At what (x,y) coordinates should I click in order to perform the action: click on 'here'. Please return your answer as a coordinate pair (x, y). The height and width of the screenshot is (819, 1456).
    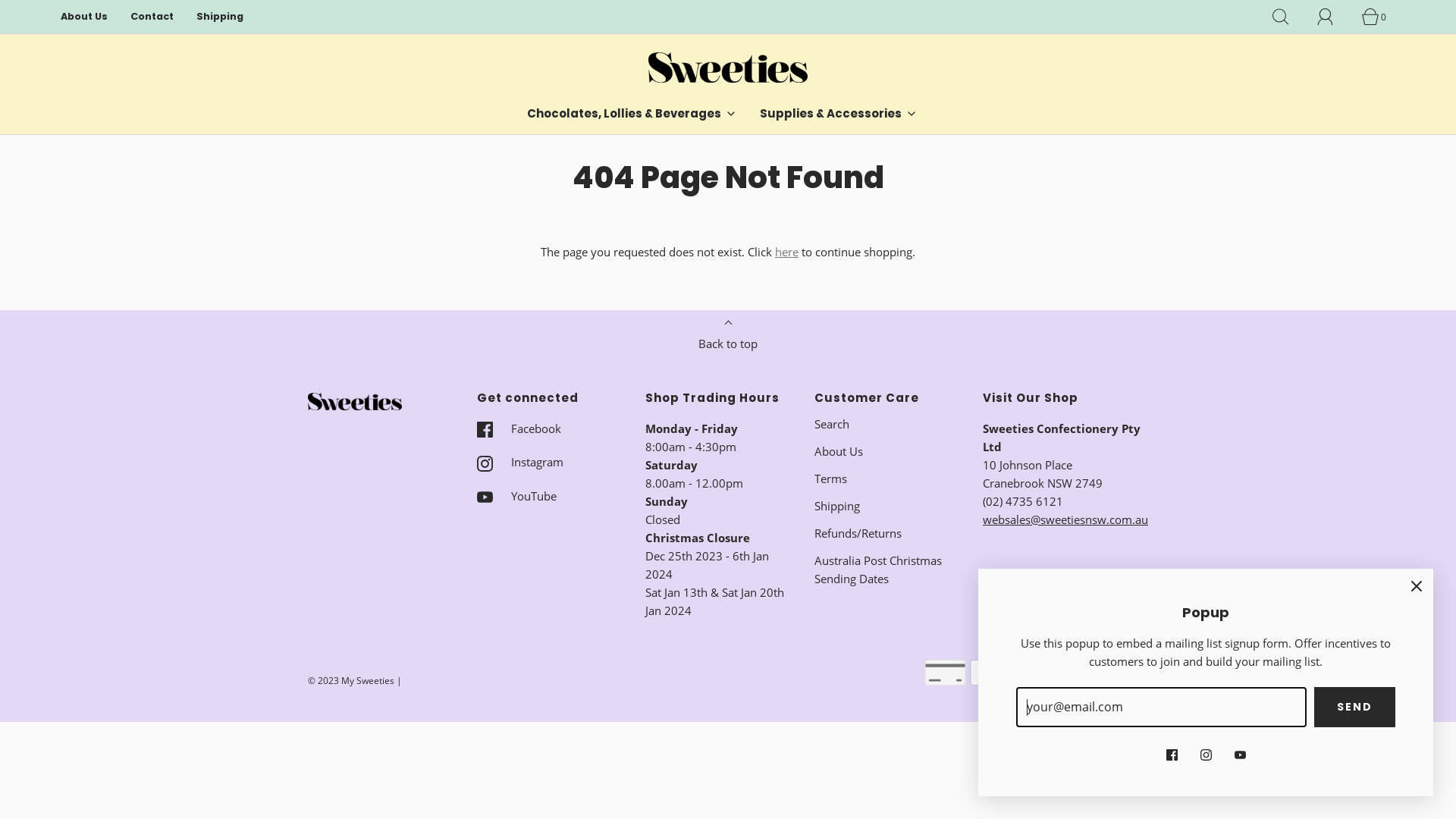
    Looking at the image, I should click on (786, 250).